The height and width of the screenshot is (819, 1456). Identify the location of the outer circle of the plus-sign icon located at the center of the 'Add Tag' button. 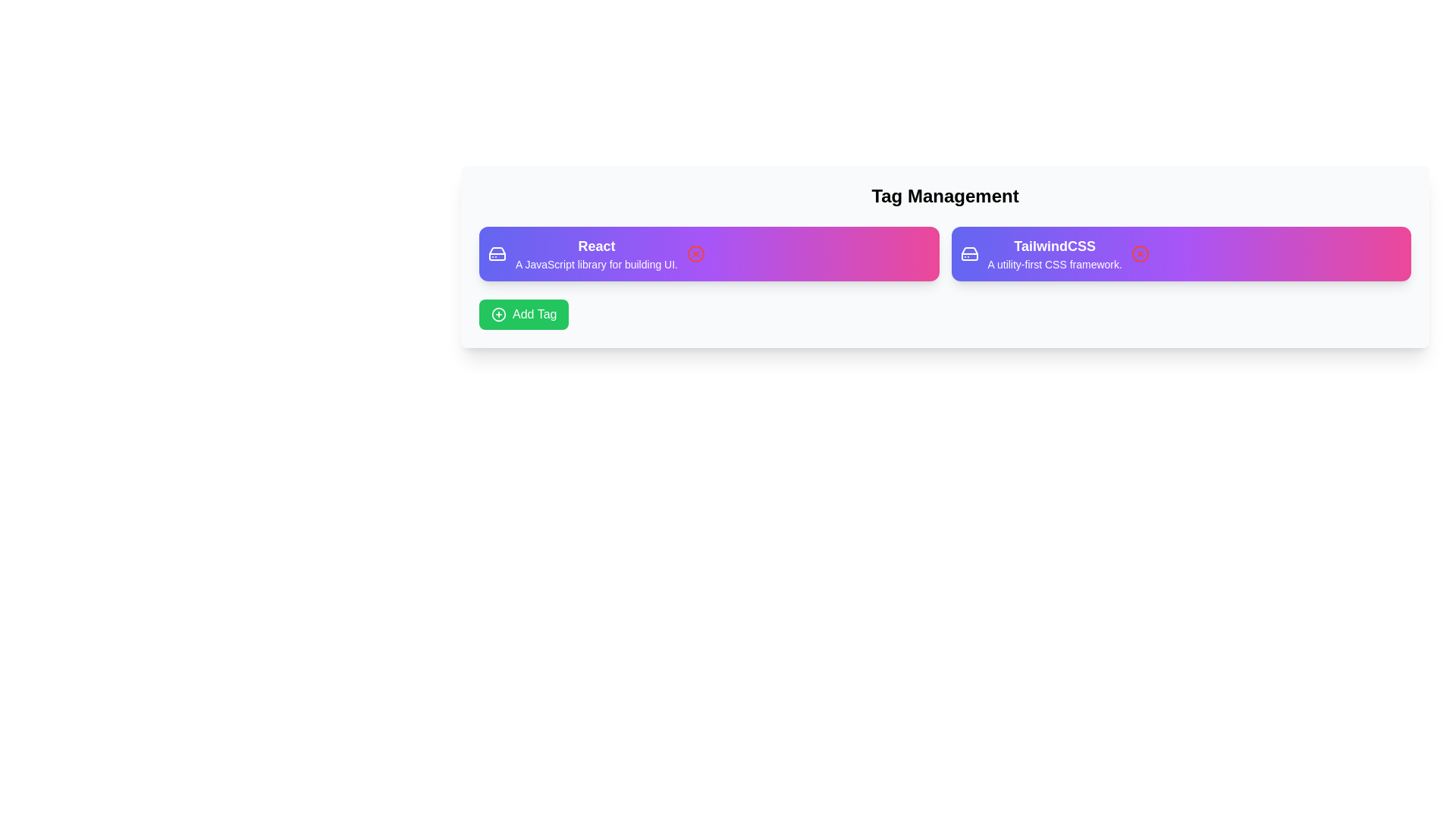
(498, 314).